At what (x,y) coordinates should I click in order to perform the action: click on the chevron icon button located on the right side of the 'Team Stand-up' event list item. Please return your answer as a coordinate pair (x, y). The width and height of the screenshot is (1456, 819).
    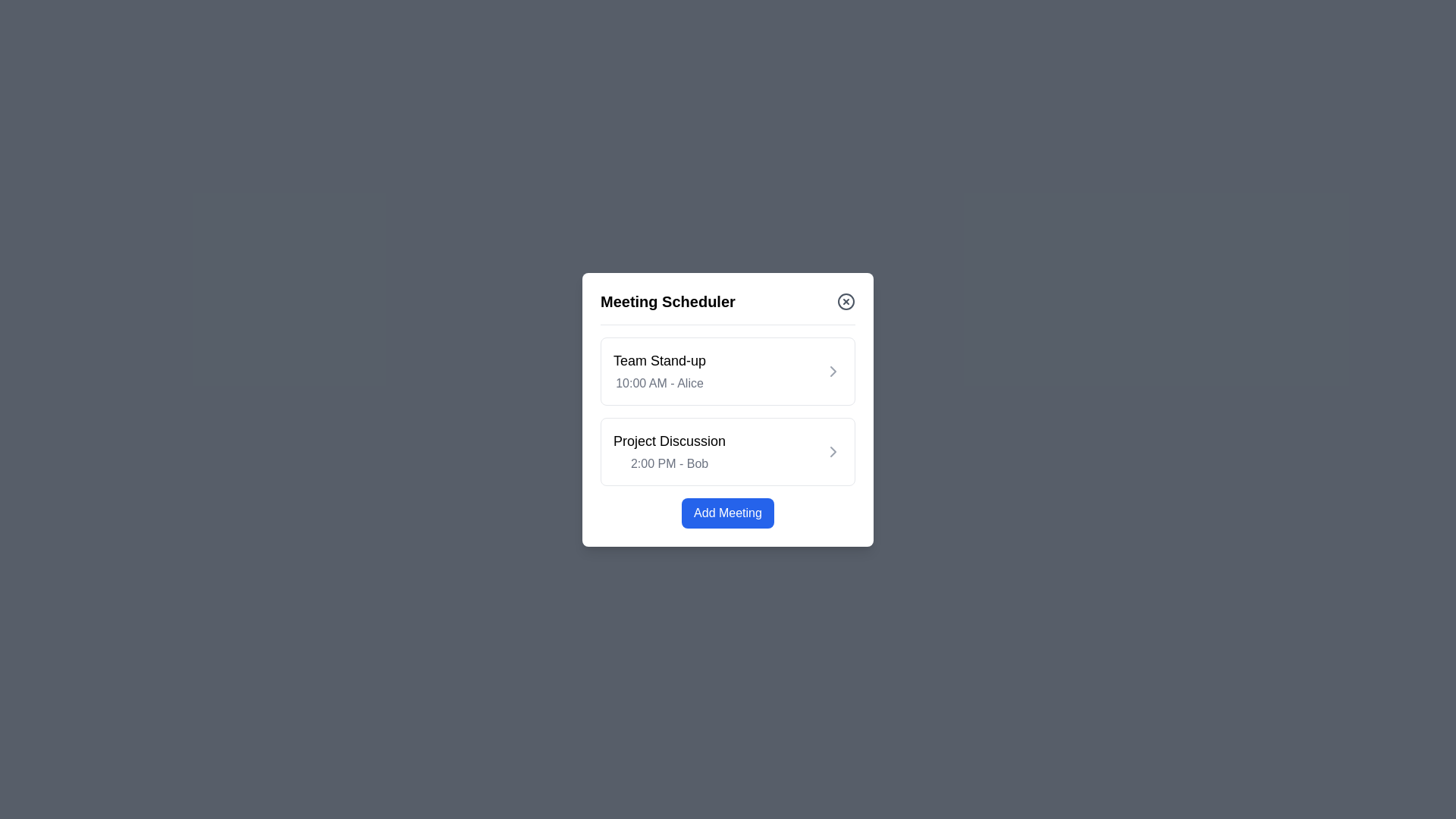
    Looking at the image, I should click on (833, 371).